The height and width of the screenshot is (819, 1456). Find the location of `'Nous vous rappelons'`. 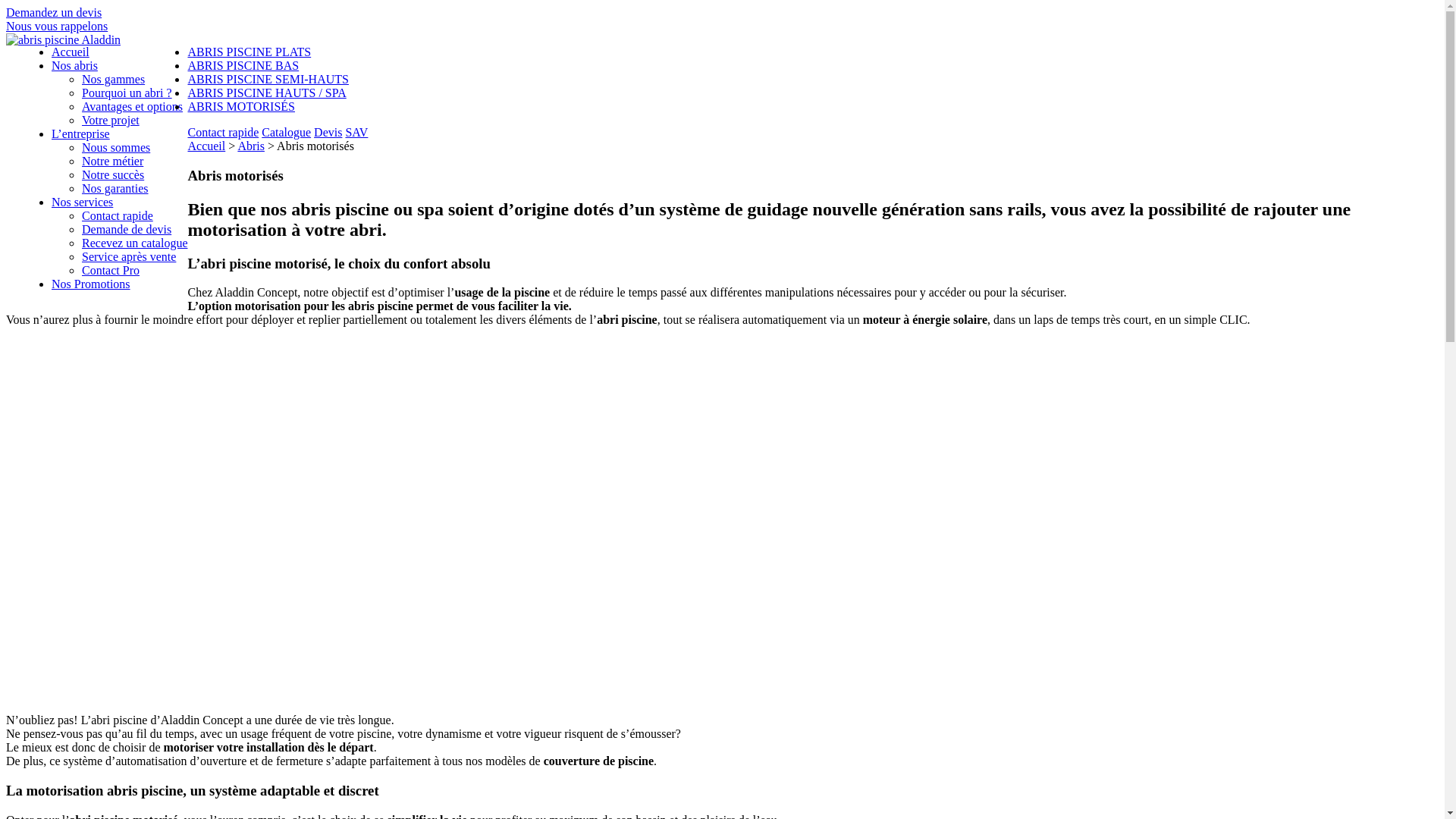

'Nous vous rappelons' is located at coordinates (57, 26).